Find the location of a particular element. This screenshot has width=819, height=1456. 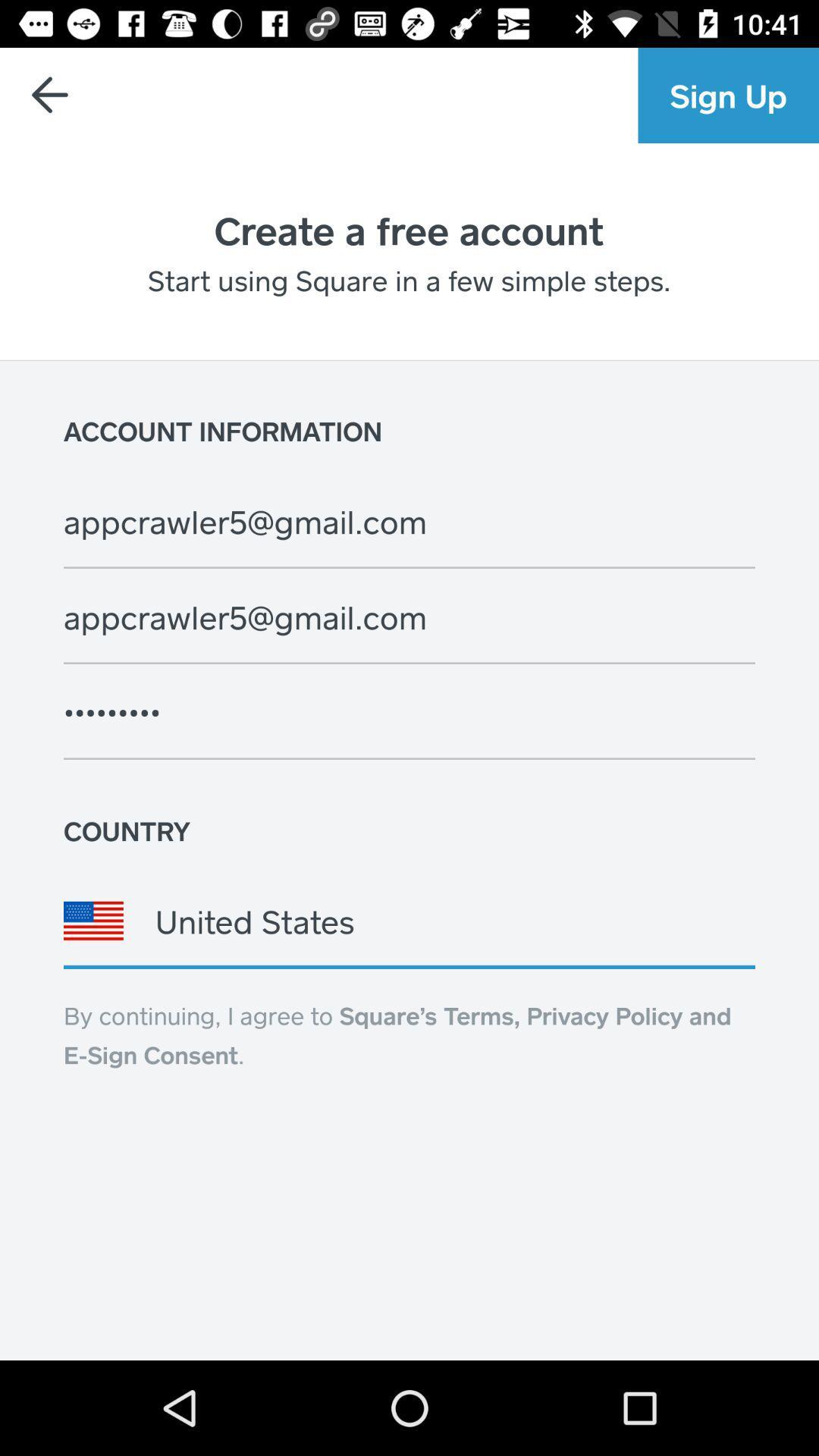

the text below account information is located at coordinates (409, 521).